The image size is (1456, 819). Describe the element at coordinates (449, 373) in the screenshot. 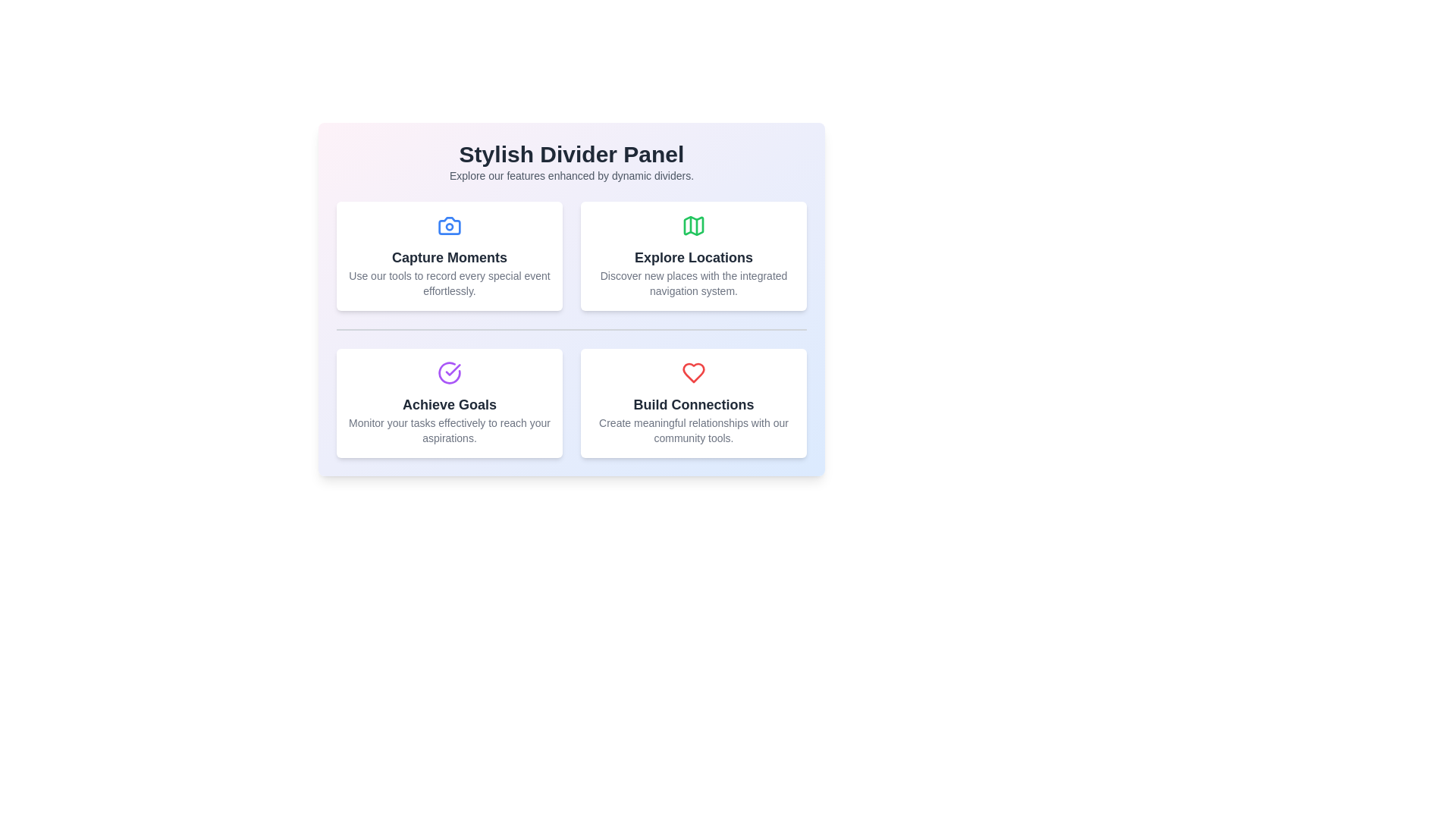

I see `the circular purple checkmark icon located above the 'Achieve Goals' text within the white card` at that location.